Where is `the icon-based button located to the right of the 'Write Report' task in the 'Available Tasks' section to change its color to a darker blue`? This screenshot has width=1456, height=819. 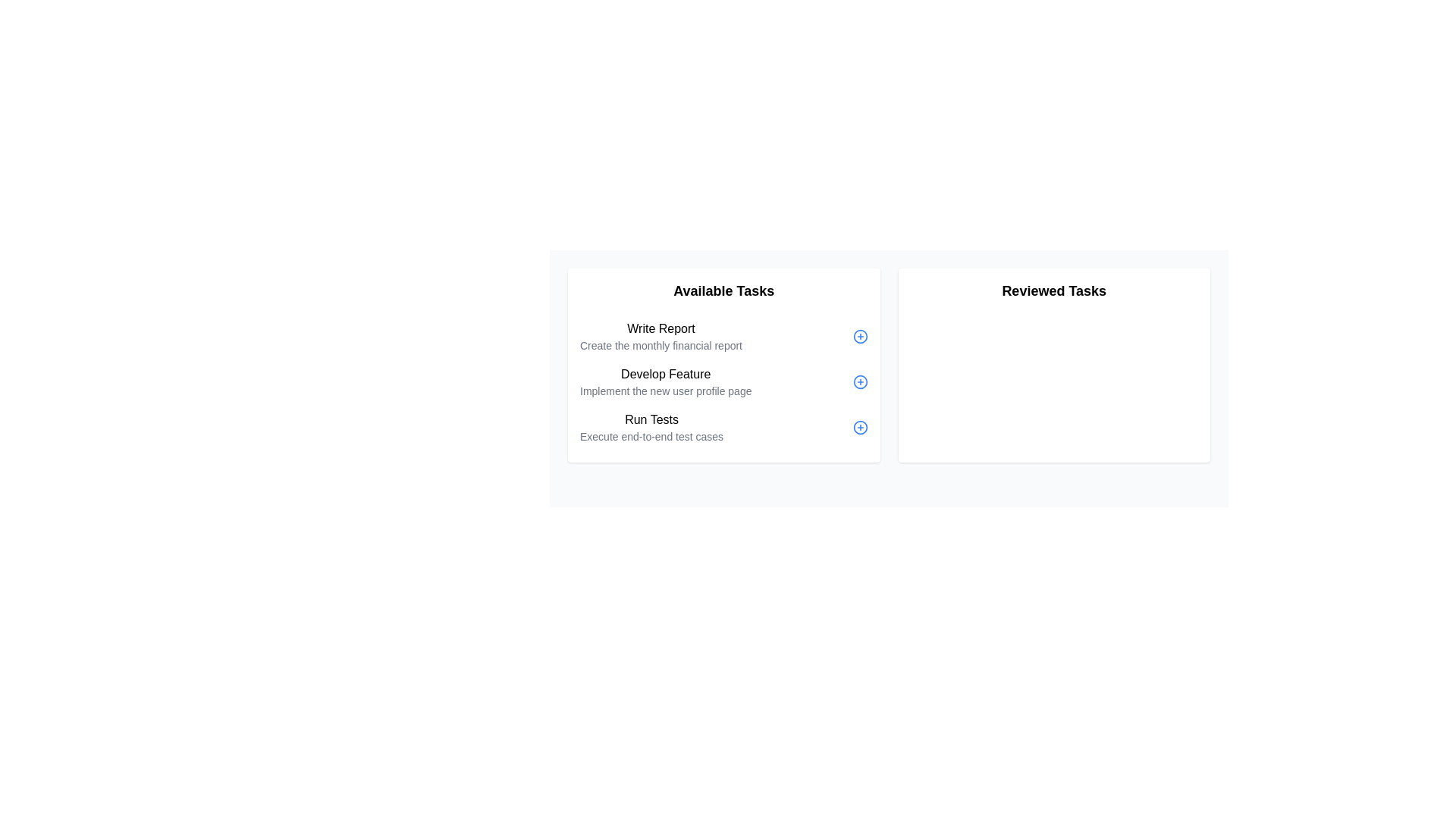 the icon-based button located to the right of the 'Write Report' task in the 'Available Tasks' section to change its color to a darker blue is located at coordinates (860, 335).